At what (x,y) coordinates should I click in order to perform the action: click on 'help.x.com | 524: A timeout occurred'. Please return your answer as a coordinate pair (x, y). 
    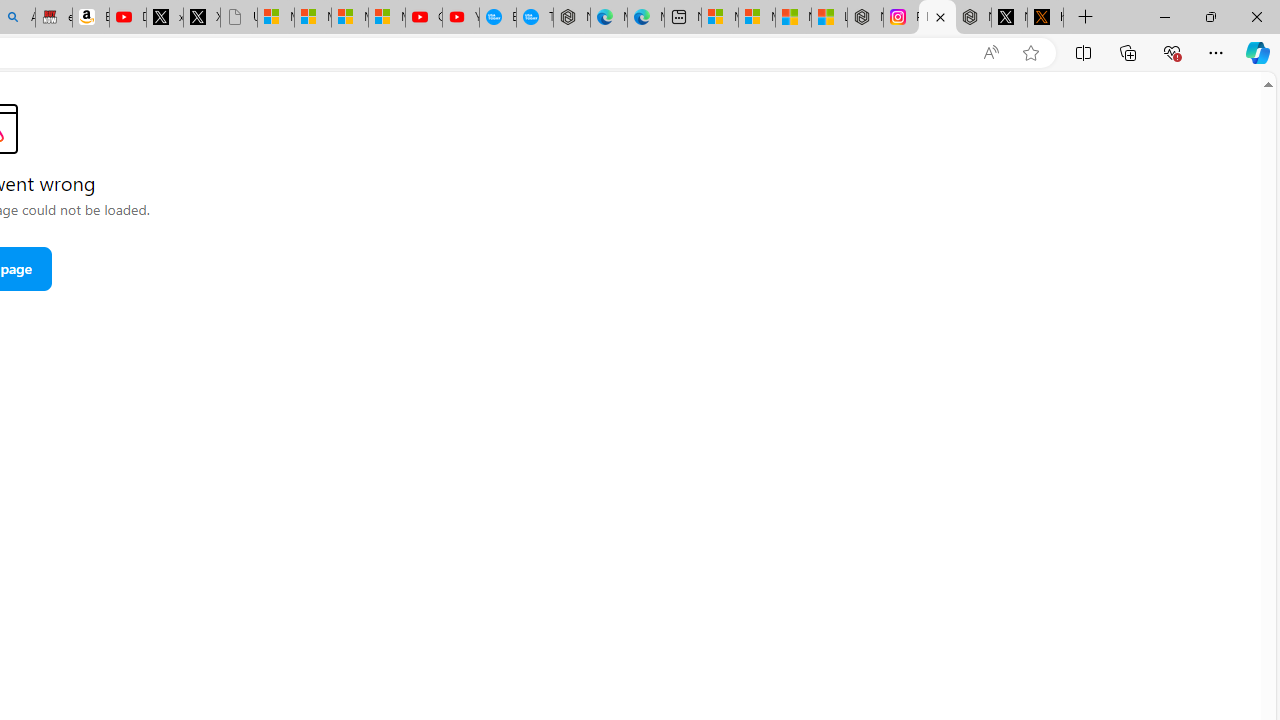
    Looking at the image, I should click on (1044, 17).